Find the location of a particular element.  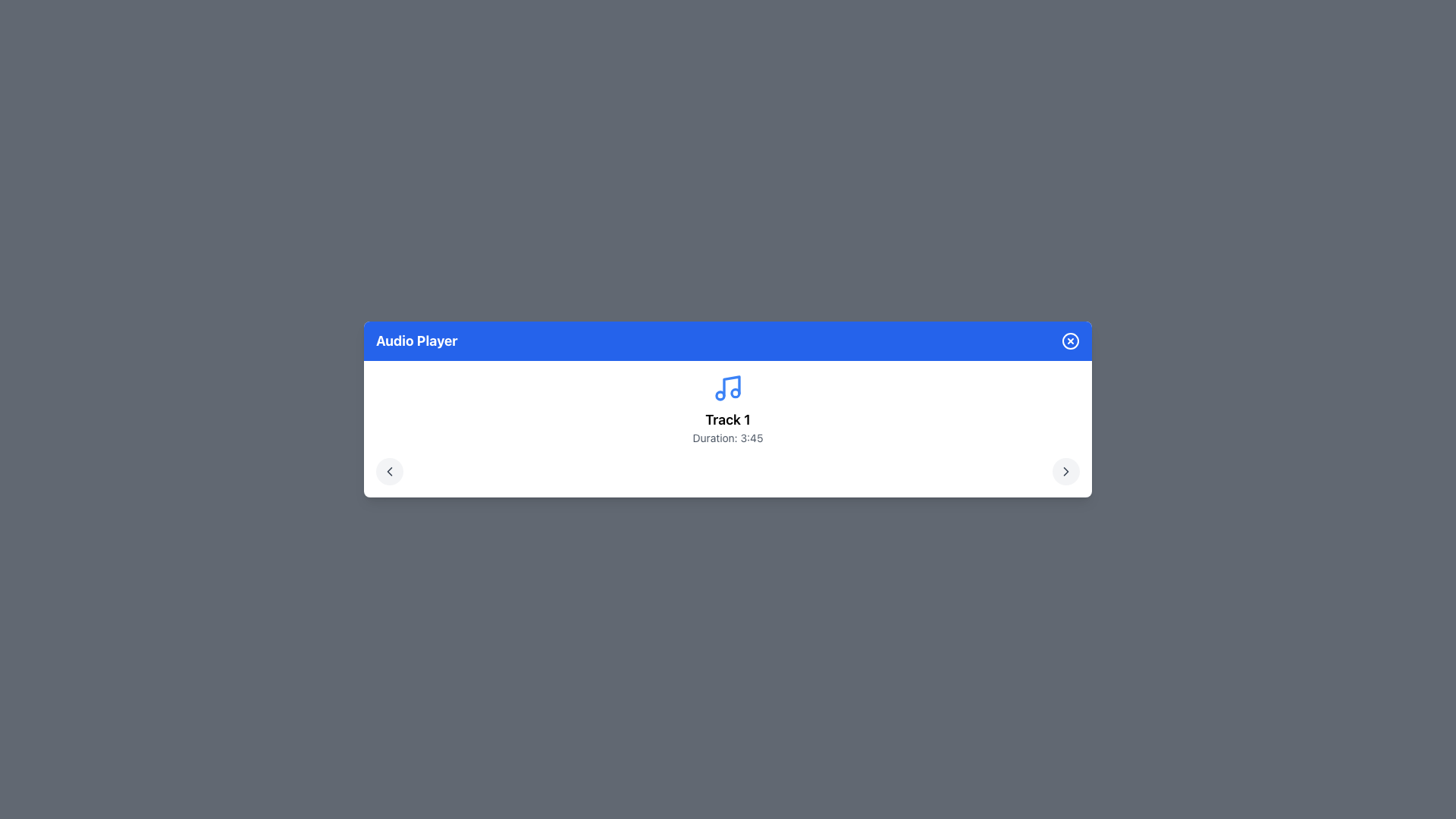

the Close Button, which is a small circular button with a white outline and an 'X' icon inside, located at the top-right corner of the header section labeled 'Audio Player' is located at coordinates (1069, 341).